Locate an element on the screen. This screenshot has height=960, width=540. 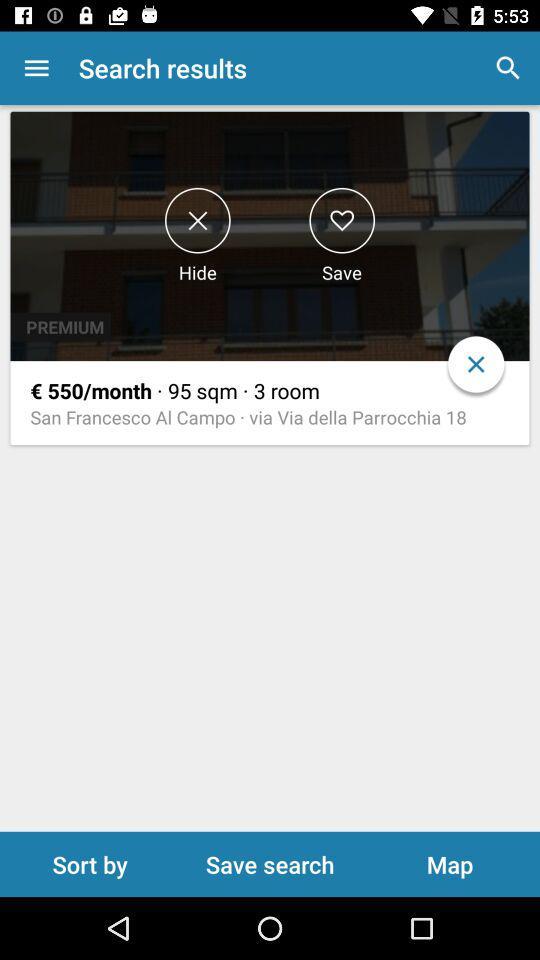
hide the current image from a search is located at coordinates (197, 220).